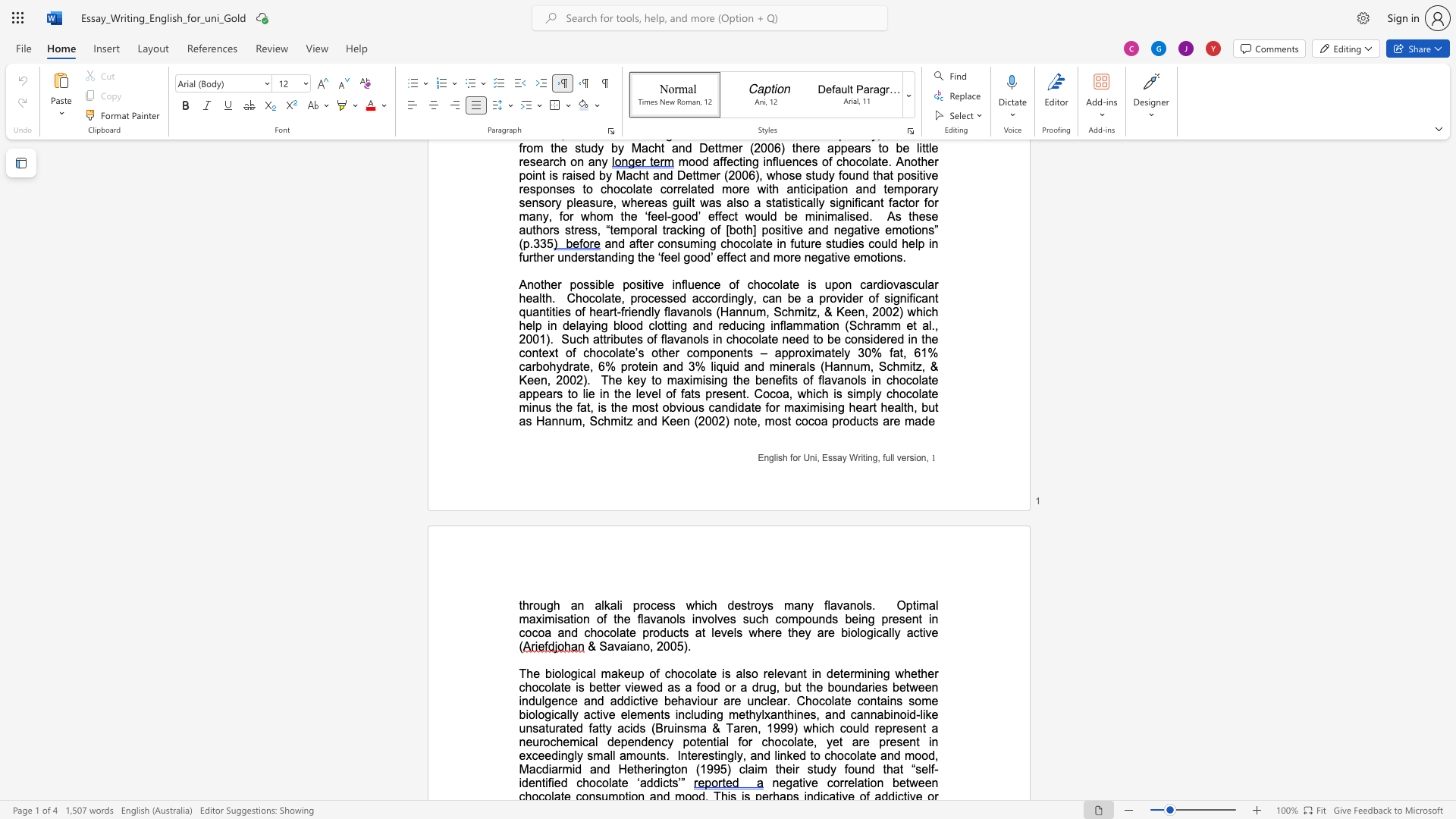 Image resolution: width=1456 pixels, height=819 pixels. I want to click on the 3th character "l" in the text, so click(858, 755).